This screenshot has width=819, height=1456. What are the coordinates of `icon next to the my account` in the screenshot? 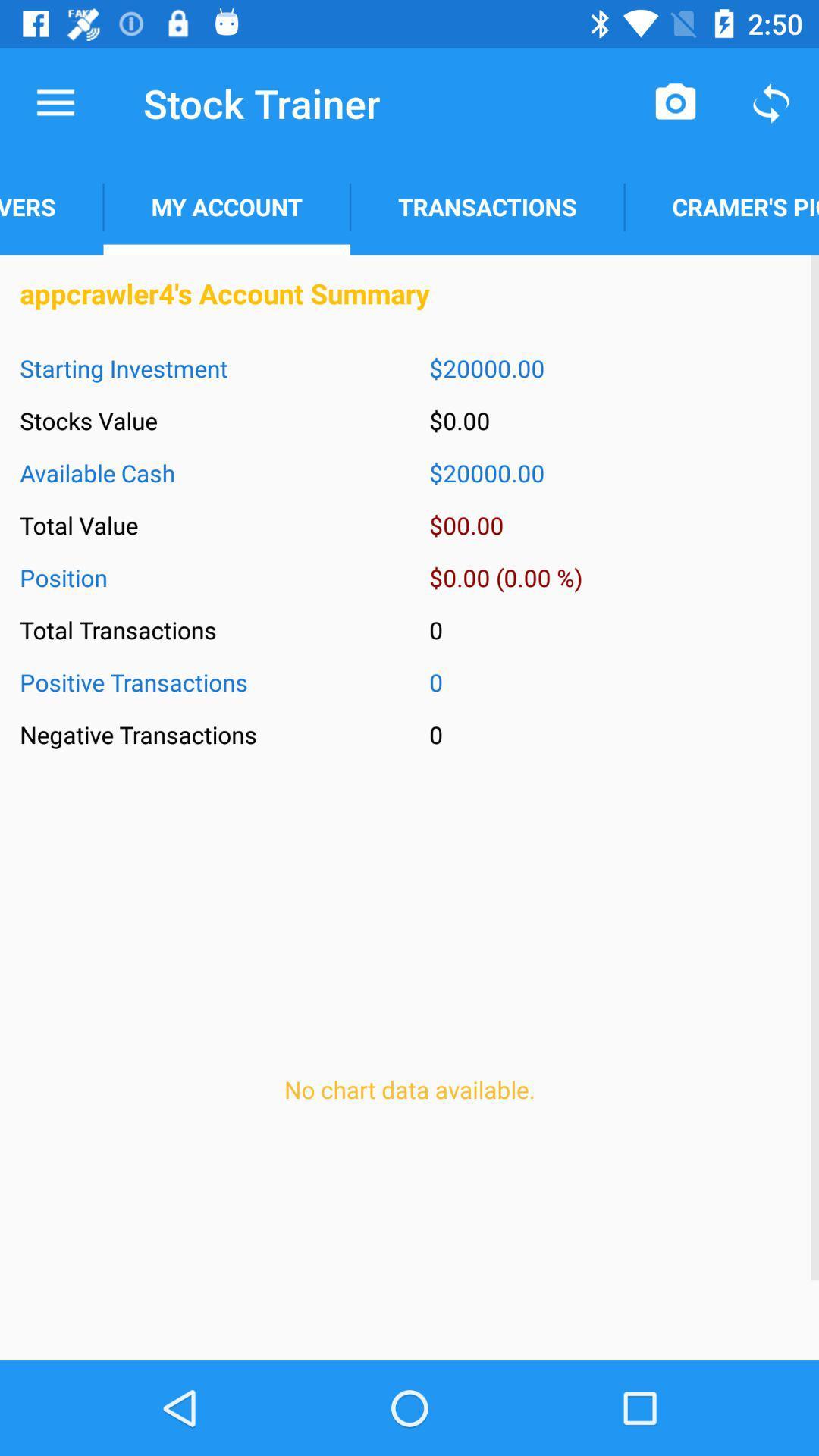 It's located at (51, 206).